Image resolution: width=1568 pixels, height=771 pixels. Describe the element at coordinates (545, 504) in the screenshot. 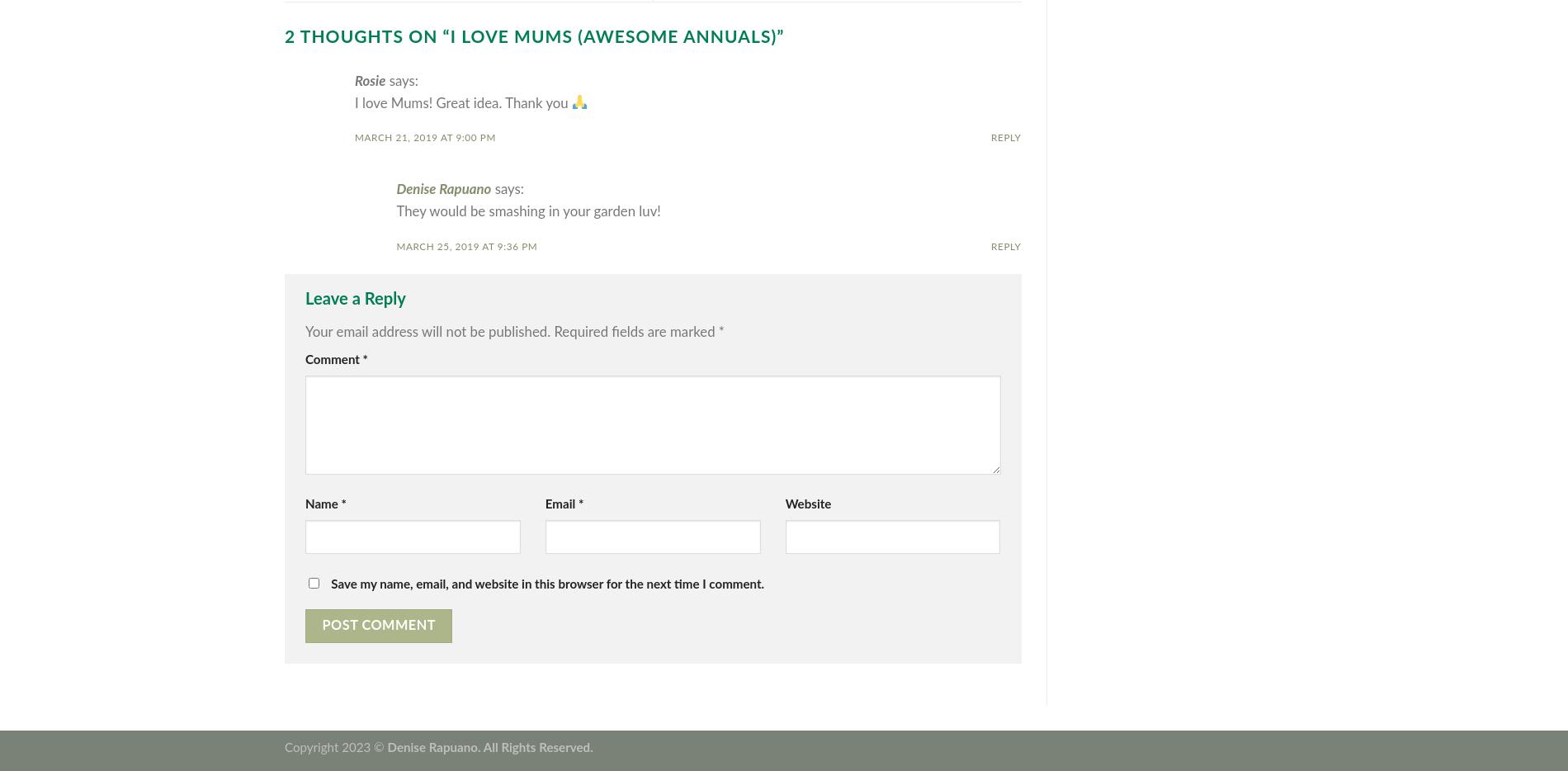

I see `'Email'` at that location.